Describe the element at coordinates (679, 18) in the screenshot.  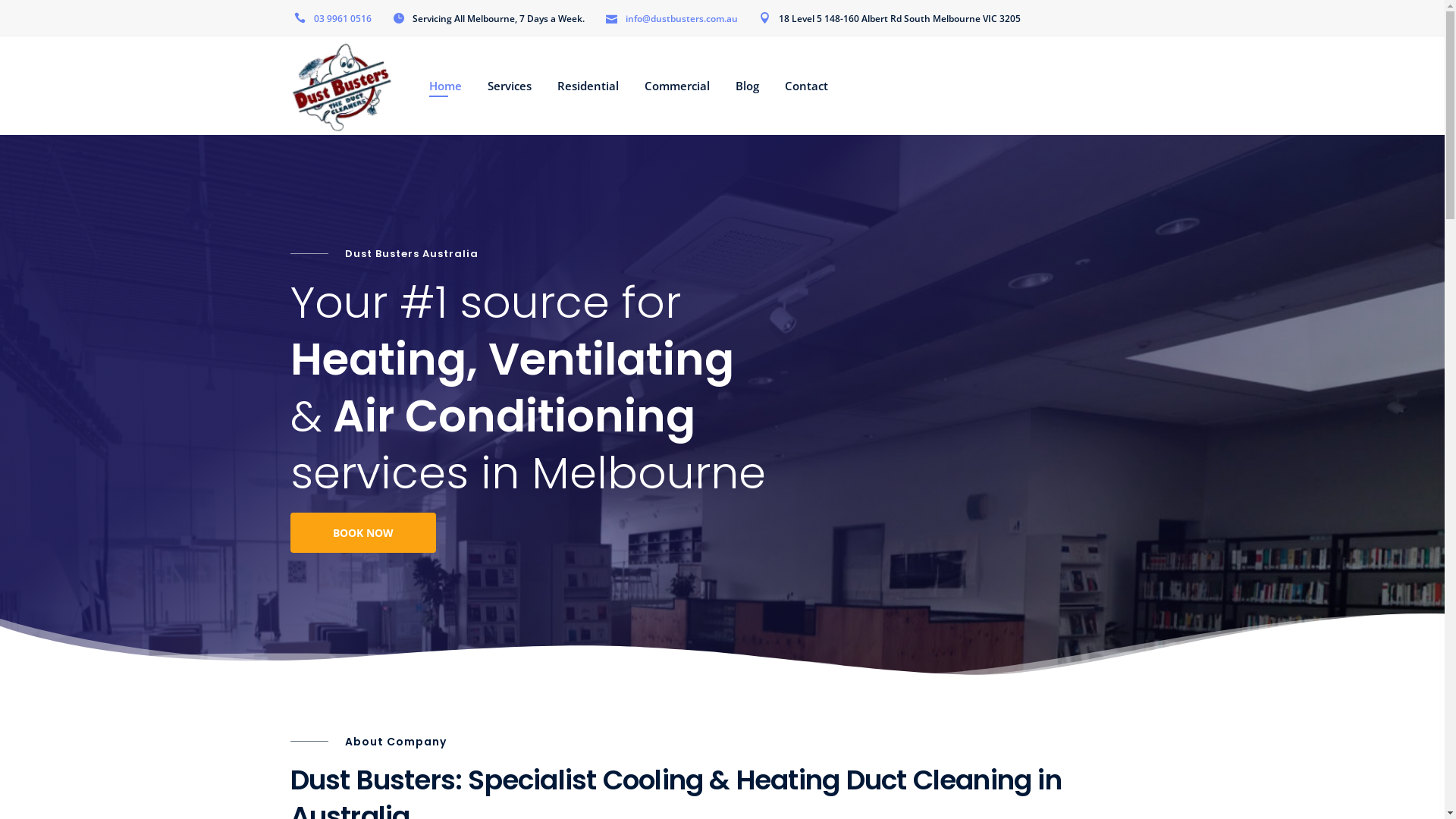
I see `'info@dustbusters.com.au'` at that location.